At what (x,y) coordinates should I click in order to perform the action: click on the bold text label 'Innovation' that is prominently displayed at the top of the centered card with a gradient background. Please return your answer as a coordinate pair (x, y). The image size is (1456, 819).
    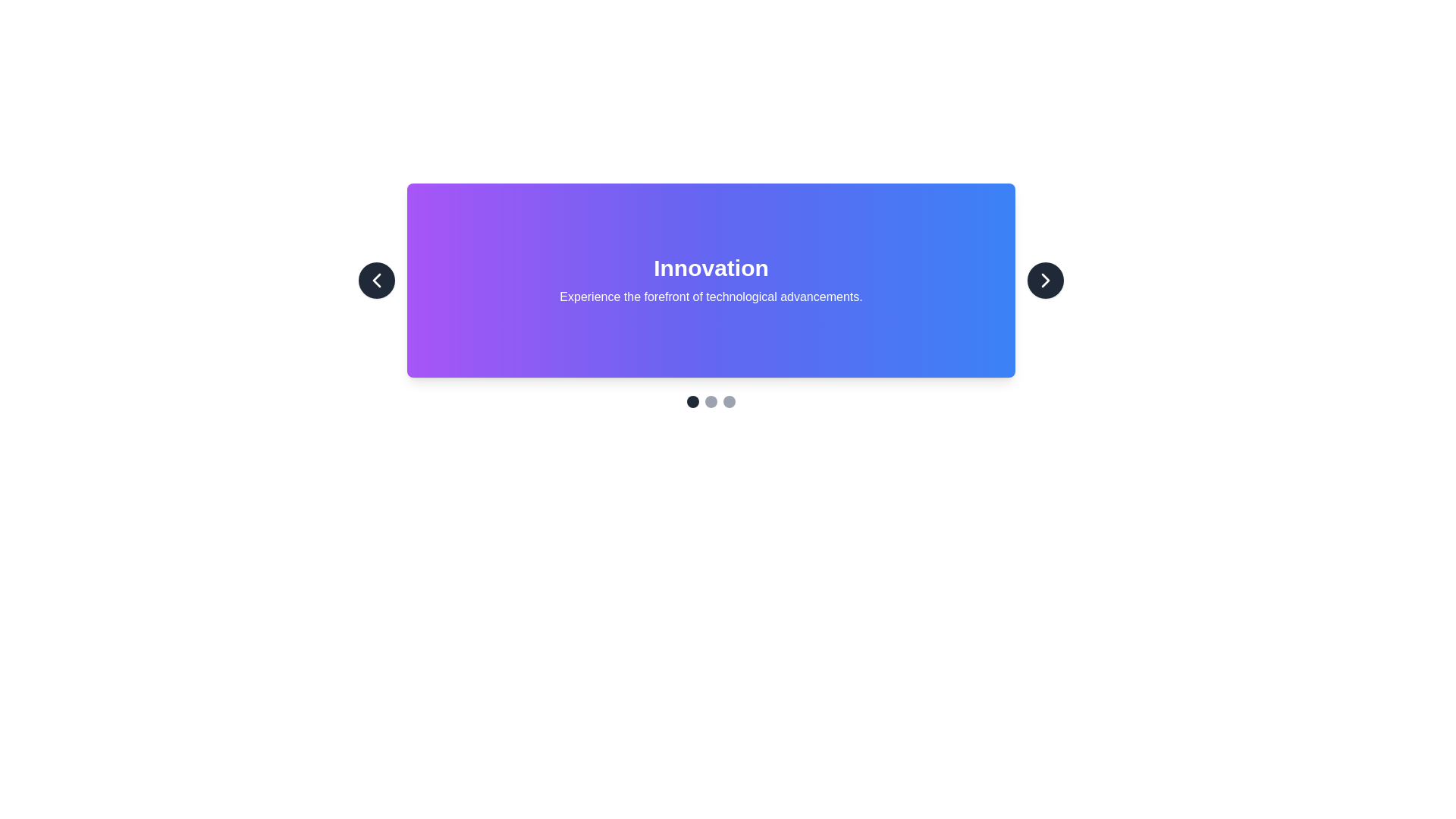
    Looking at the image, I should click on (710, 268).